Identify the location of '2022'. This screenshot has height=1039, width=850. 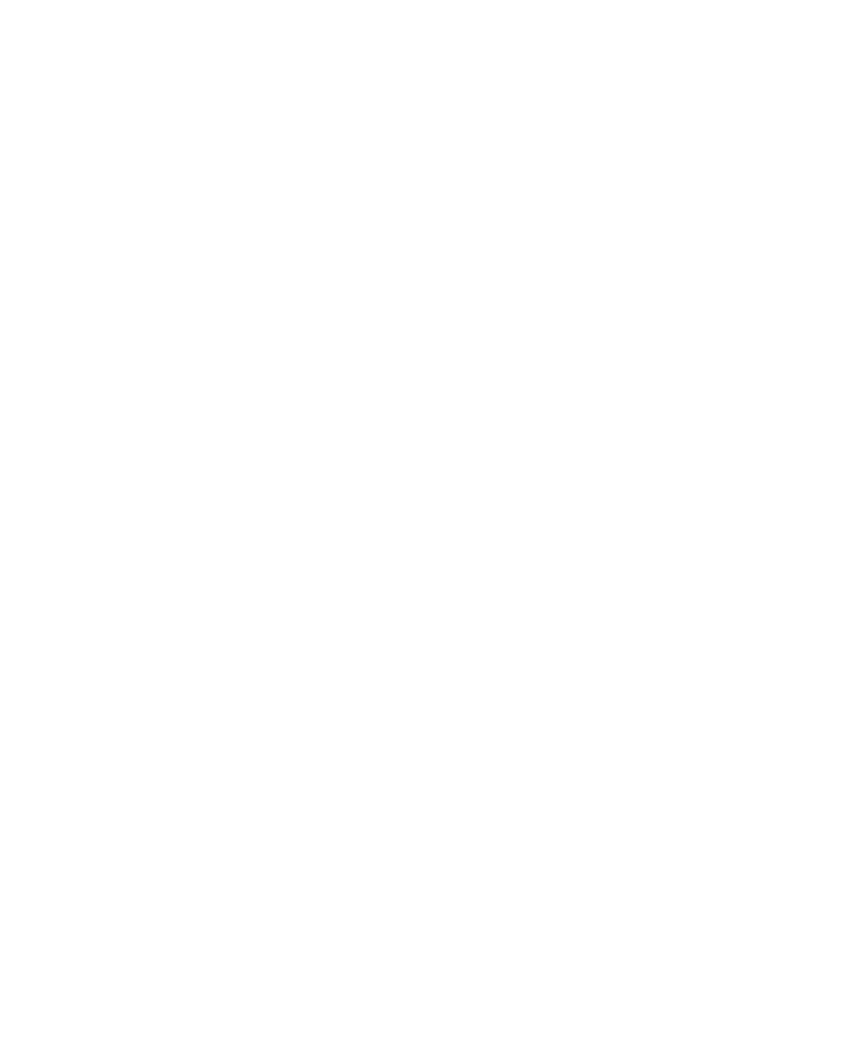
(110, 414).